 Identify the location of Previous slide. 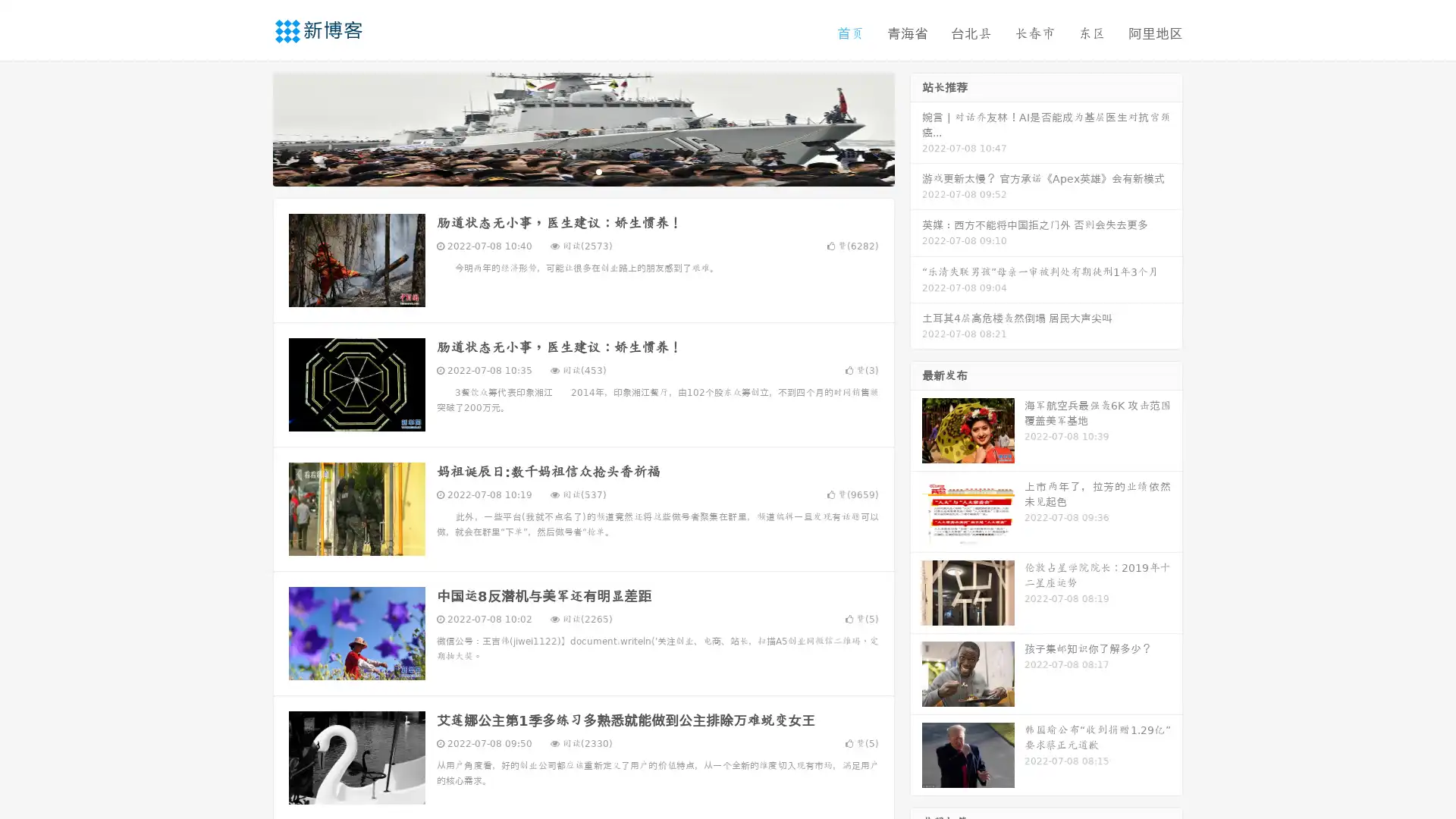
(250, 127).